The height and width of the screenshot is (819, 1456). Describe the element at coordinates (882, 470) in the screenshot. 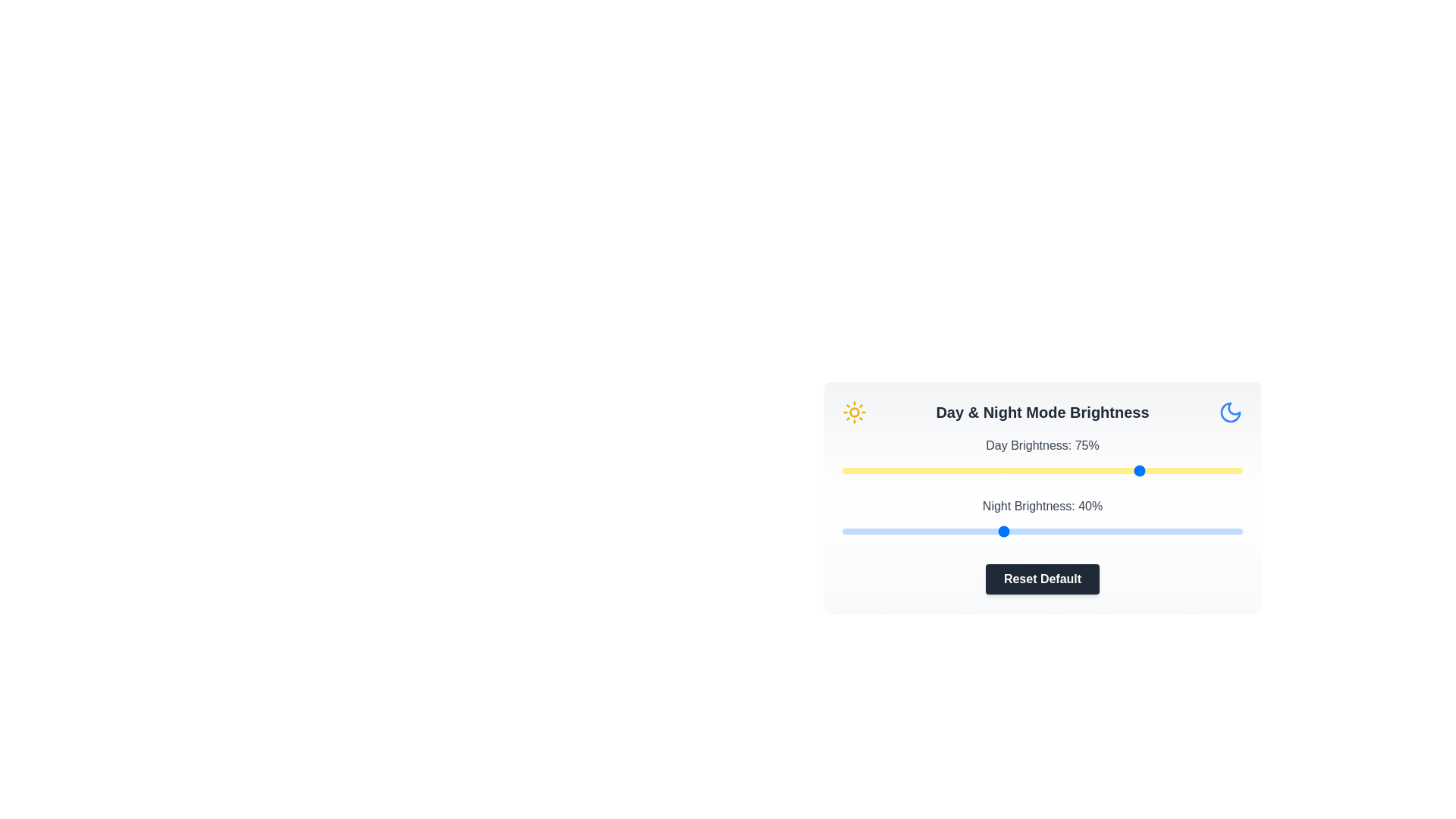

I see `the day brightness slider to 10%` at that location.